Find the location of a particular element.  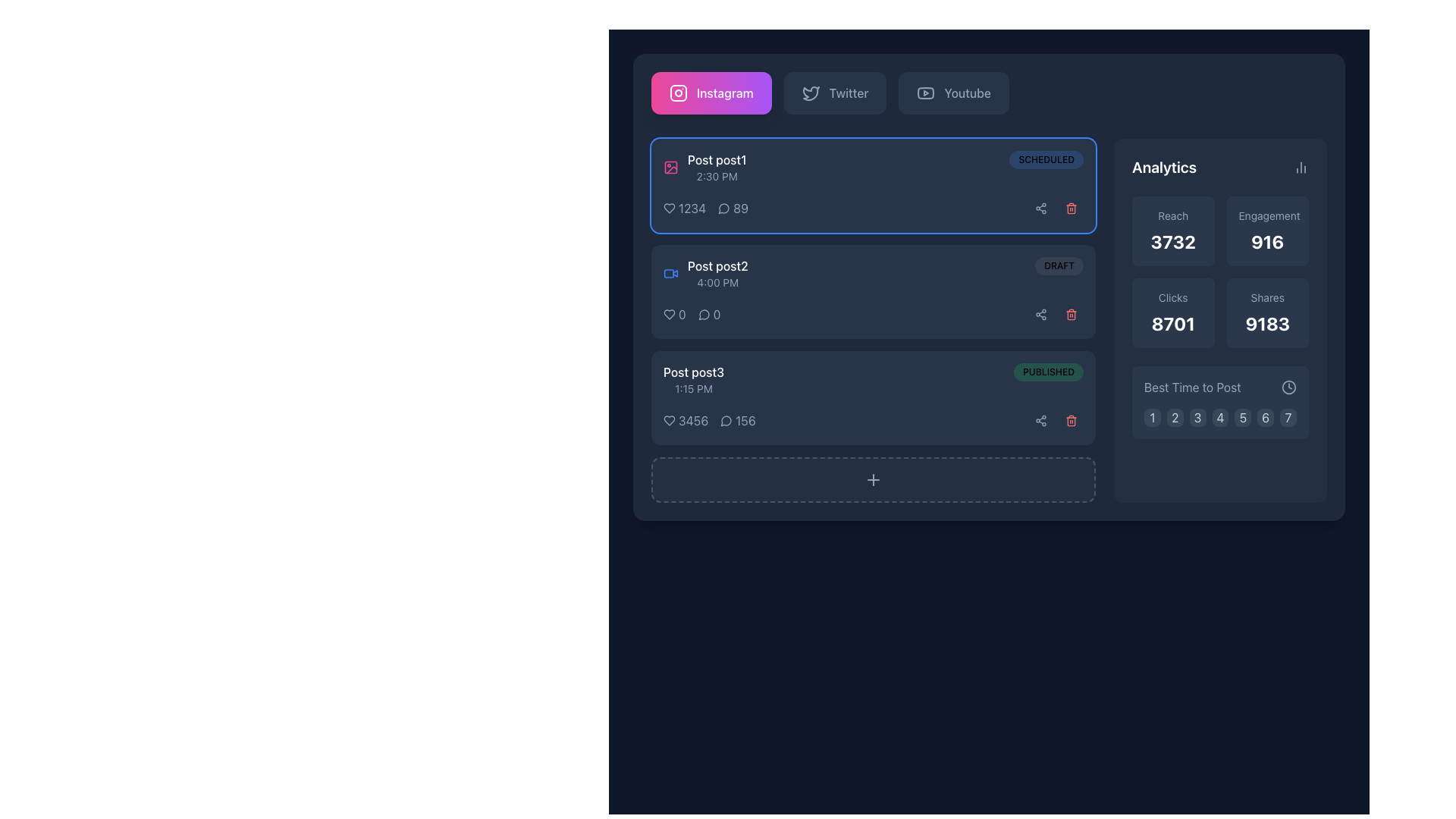

the speech bubble icon with a gray tone located next to the number '156' in the 'Post post3' section is located at coordinates (726, 421).